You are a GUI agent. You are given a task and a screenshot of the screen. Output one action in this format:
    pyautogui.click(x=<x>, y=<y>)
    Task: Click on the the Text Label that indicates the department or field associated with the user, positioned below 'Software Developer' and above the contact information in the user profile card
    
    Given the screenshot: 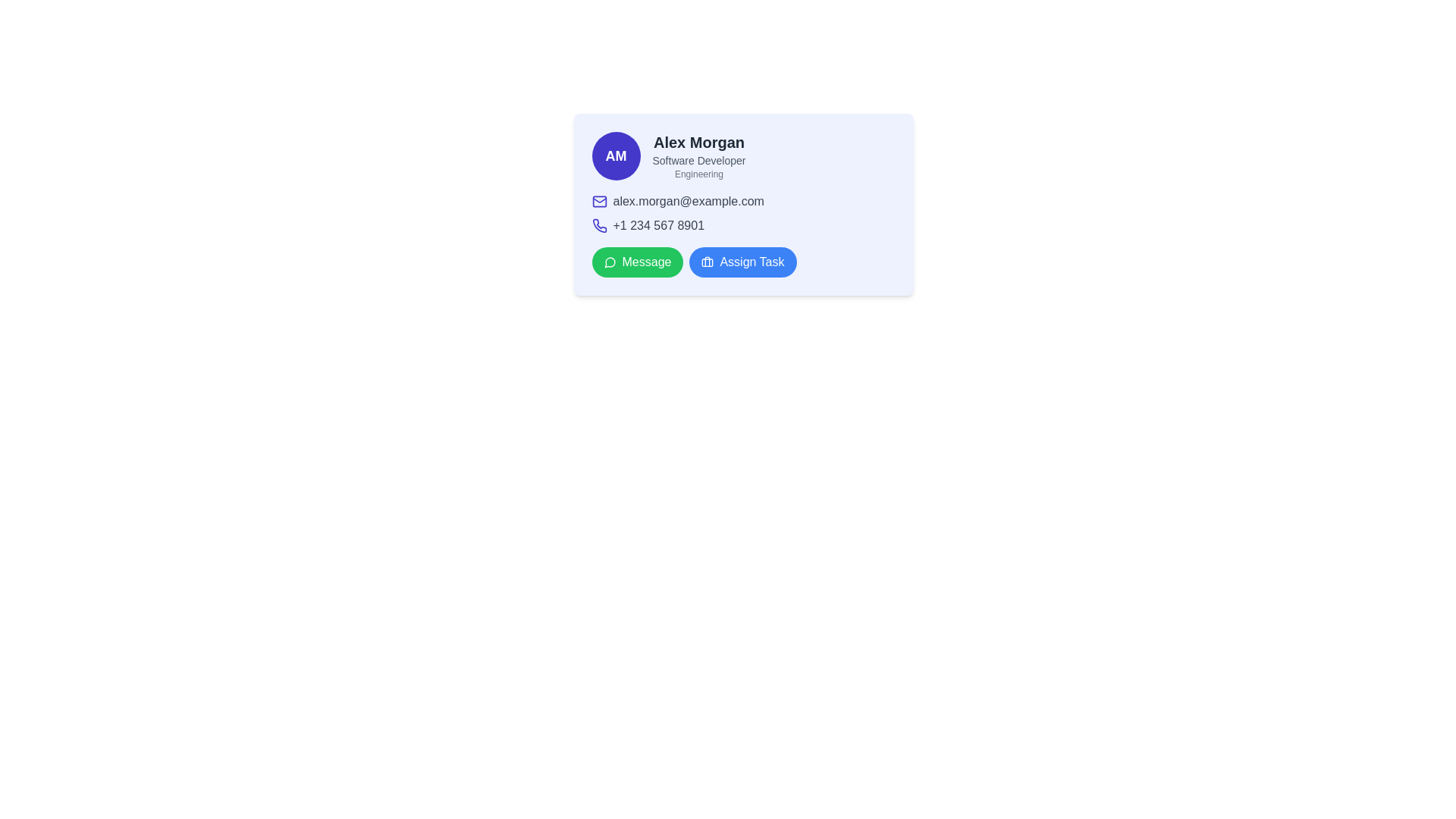 What is the action you would take?
    pyautogui.click(x=698, y=174)
    